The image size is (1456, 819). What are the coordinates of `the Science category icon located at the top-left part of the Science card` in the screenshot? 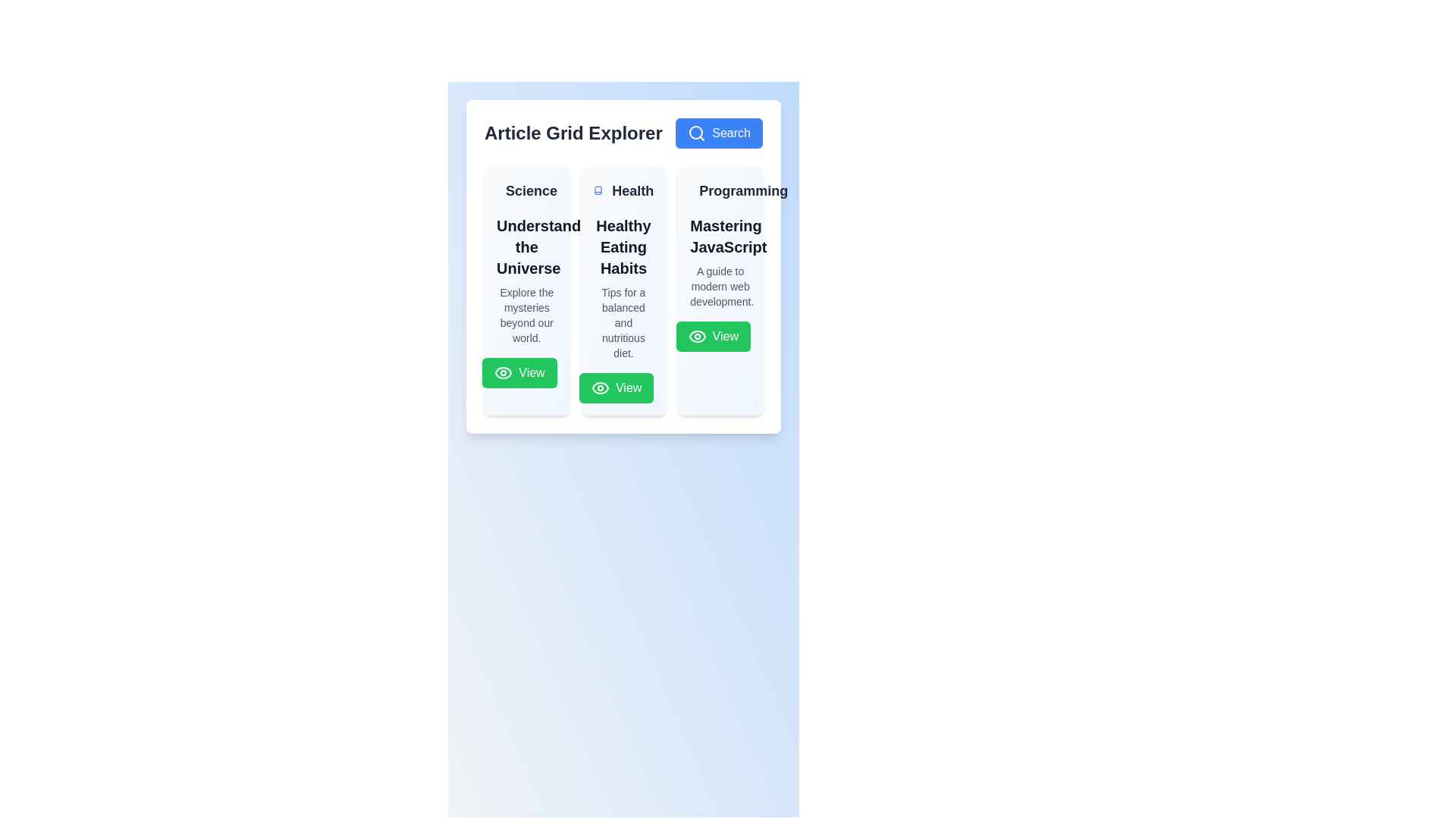 It's located at (506, 187).